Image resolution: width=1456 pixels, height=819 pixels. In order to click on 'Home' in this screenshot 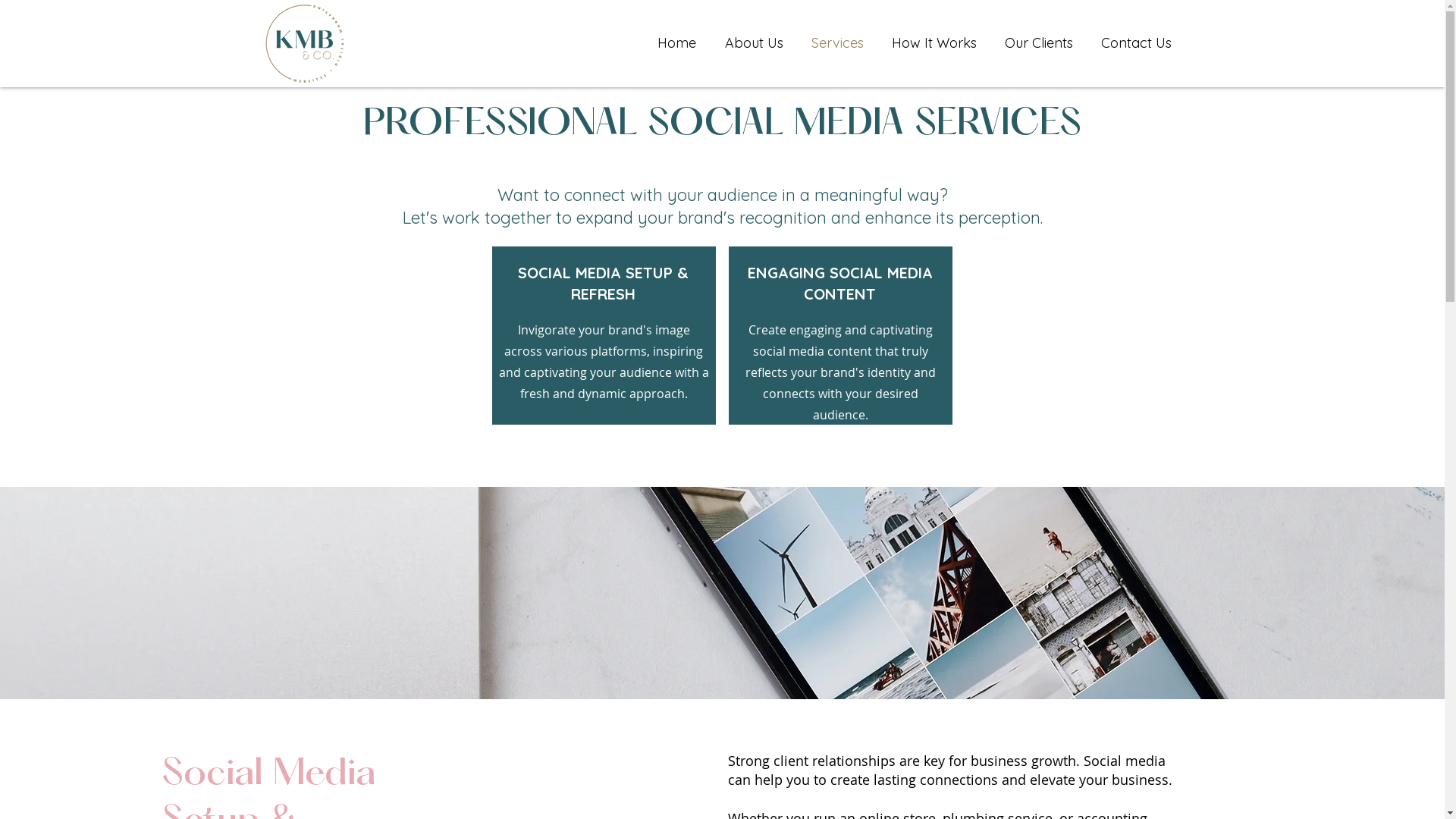, I will do `click(676, 42)`.